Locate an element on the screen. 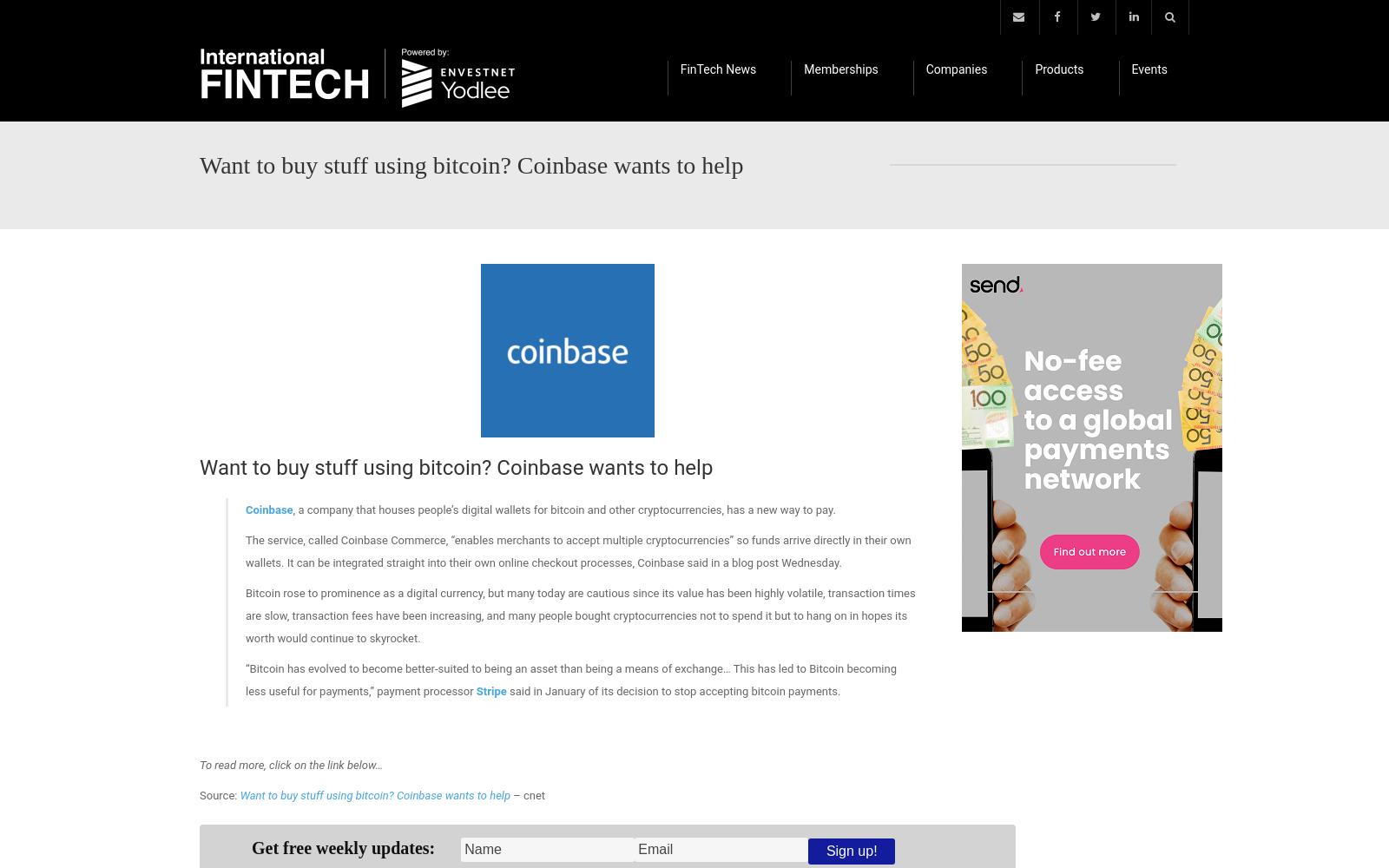 This screenshot has width=1389, height=868. 'Coinbase' is located at coordinates (269, 509).